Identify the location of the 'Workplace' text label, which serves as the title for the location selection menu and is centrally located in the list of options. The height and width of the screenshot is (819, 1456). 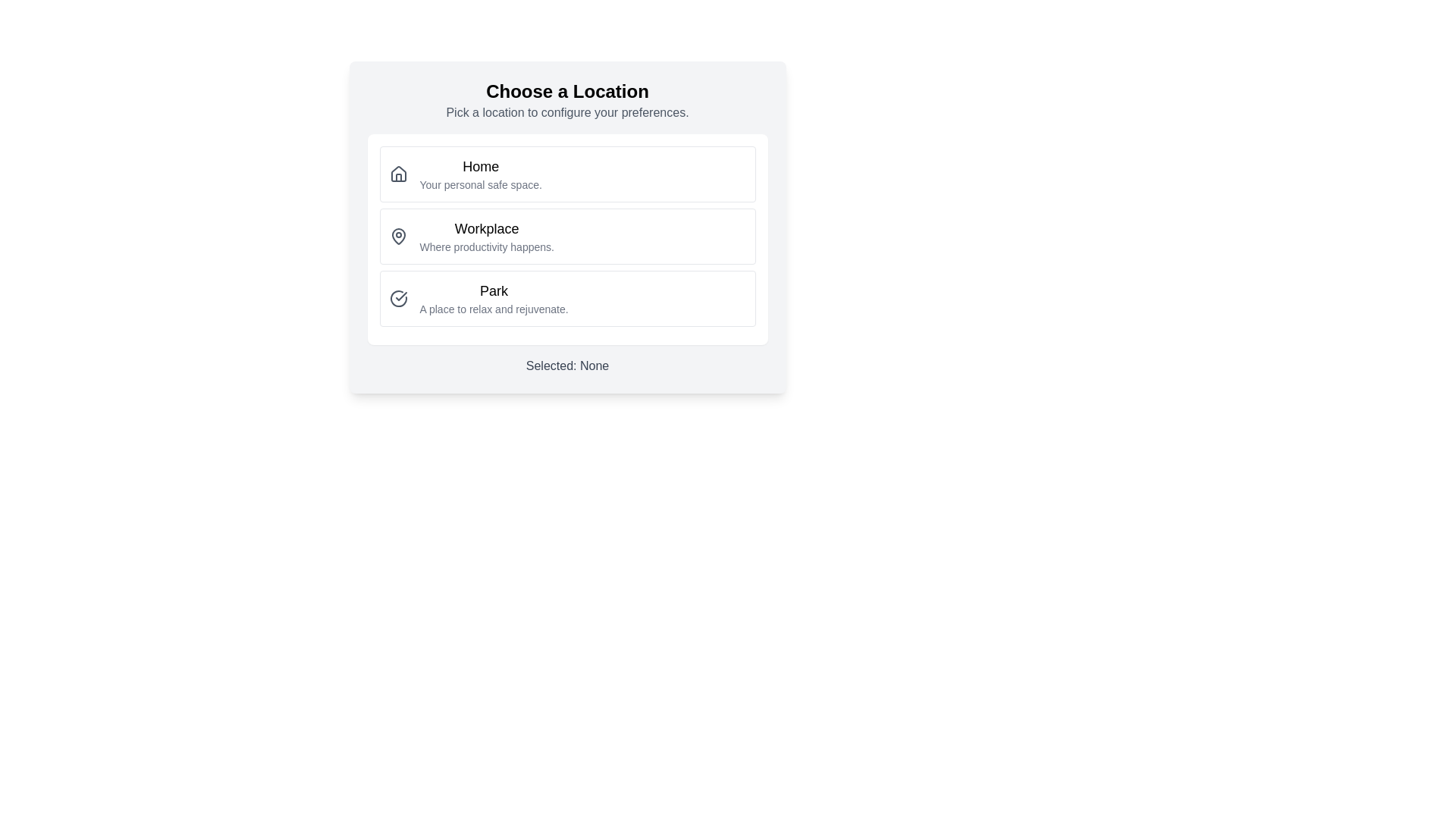
(487, 228).